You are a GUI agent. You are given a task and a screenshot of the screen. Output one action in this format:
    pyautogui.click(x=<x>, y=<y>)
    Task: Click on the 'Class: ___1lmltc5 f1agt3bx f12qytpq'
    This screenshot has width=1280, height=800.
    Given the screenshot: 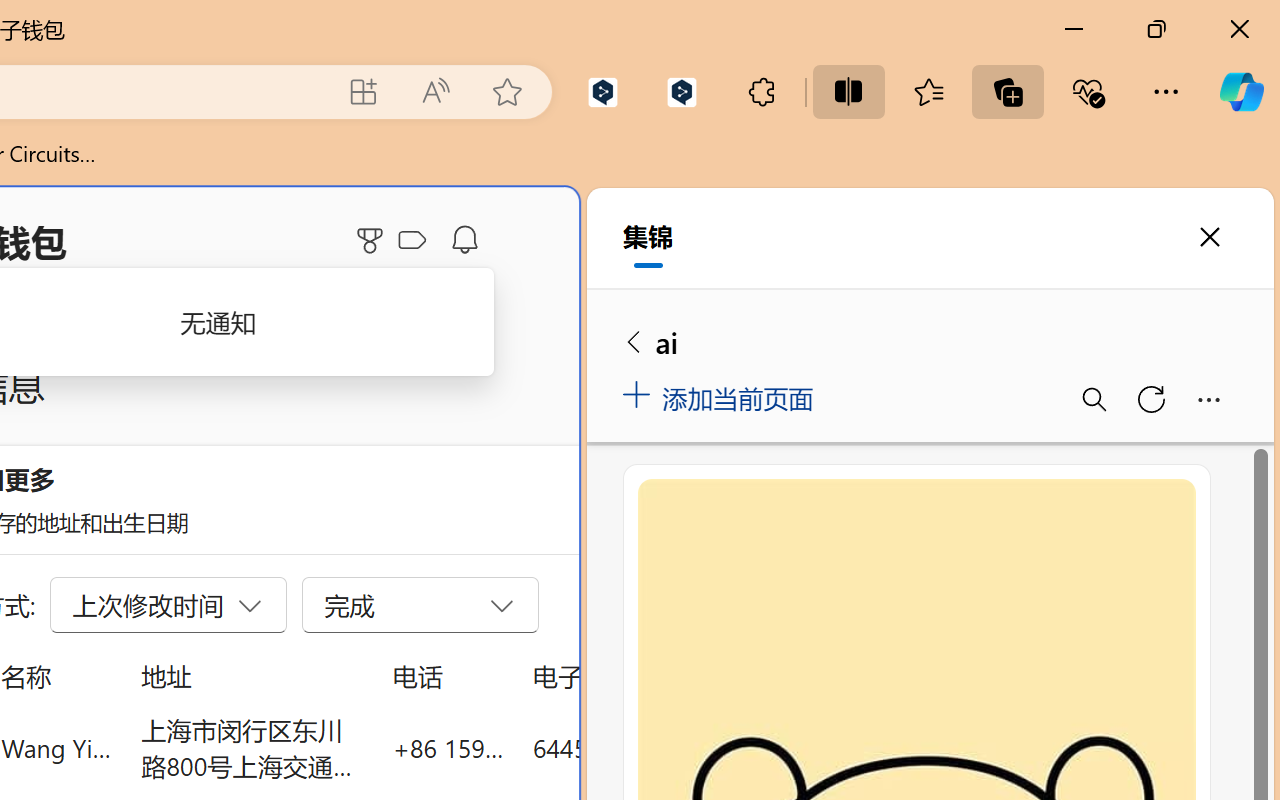 What is the action you would take?
    pyautogui.click(x=411, y=240)
    